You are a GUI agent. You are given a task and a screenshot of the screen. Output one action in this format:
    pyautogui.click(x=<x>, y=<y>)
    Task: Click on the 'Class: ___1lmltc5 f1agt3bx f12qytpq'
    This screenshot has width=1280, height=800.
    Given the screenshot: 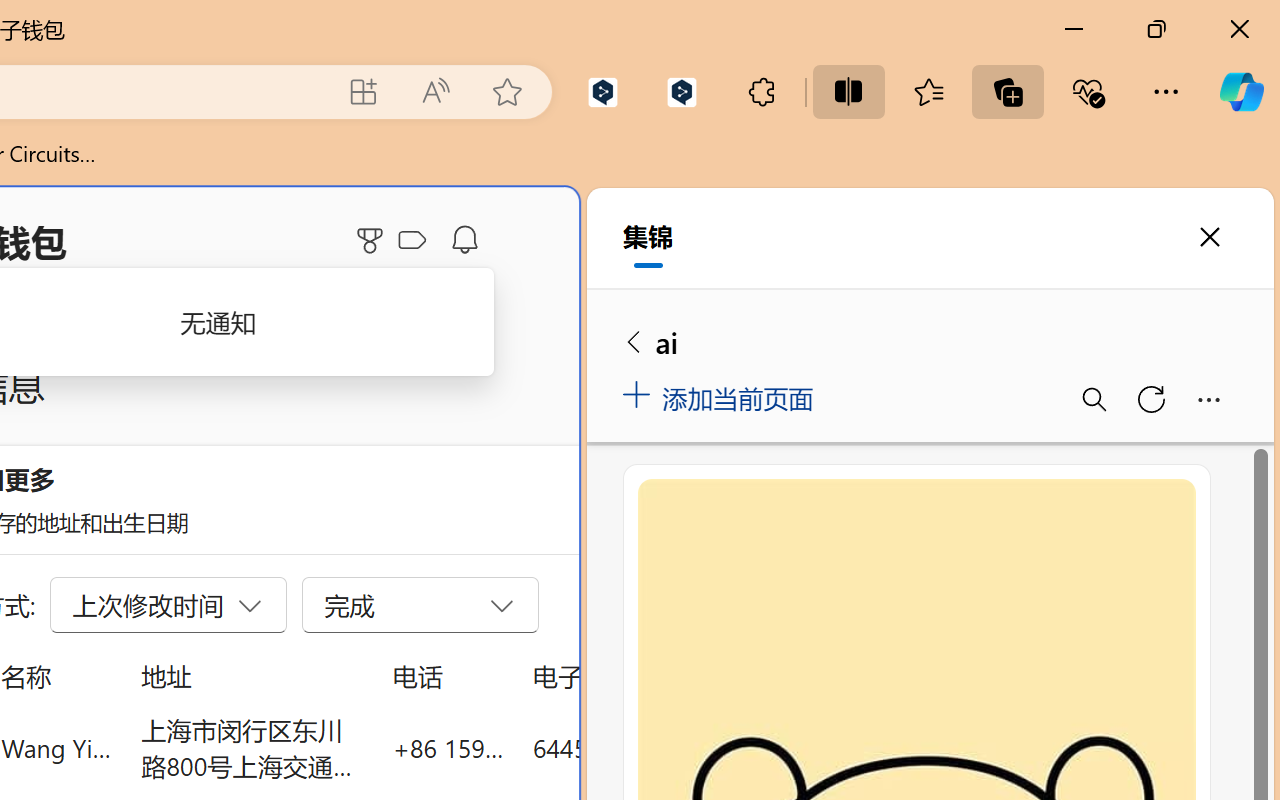 What is the action you would take?
    pyautogui.click(x=411, y=240)
    